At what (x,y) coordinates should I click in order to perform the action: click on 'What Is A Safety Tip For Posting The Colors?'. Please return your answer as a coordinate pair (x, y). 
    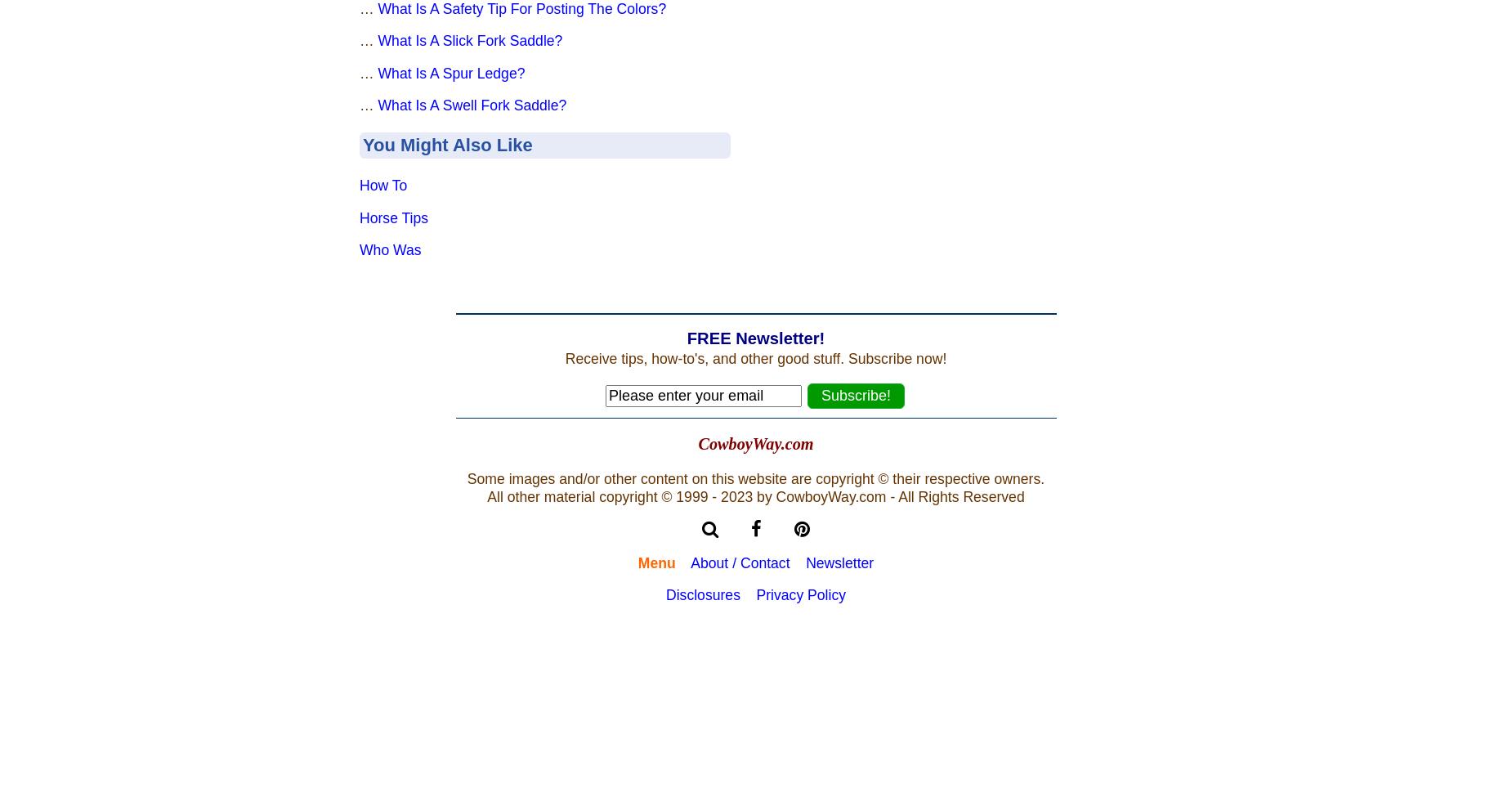
    Looking at the image, I should click on (521, 7).